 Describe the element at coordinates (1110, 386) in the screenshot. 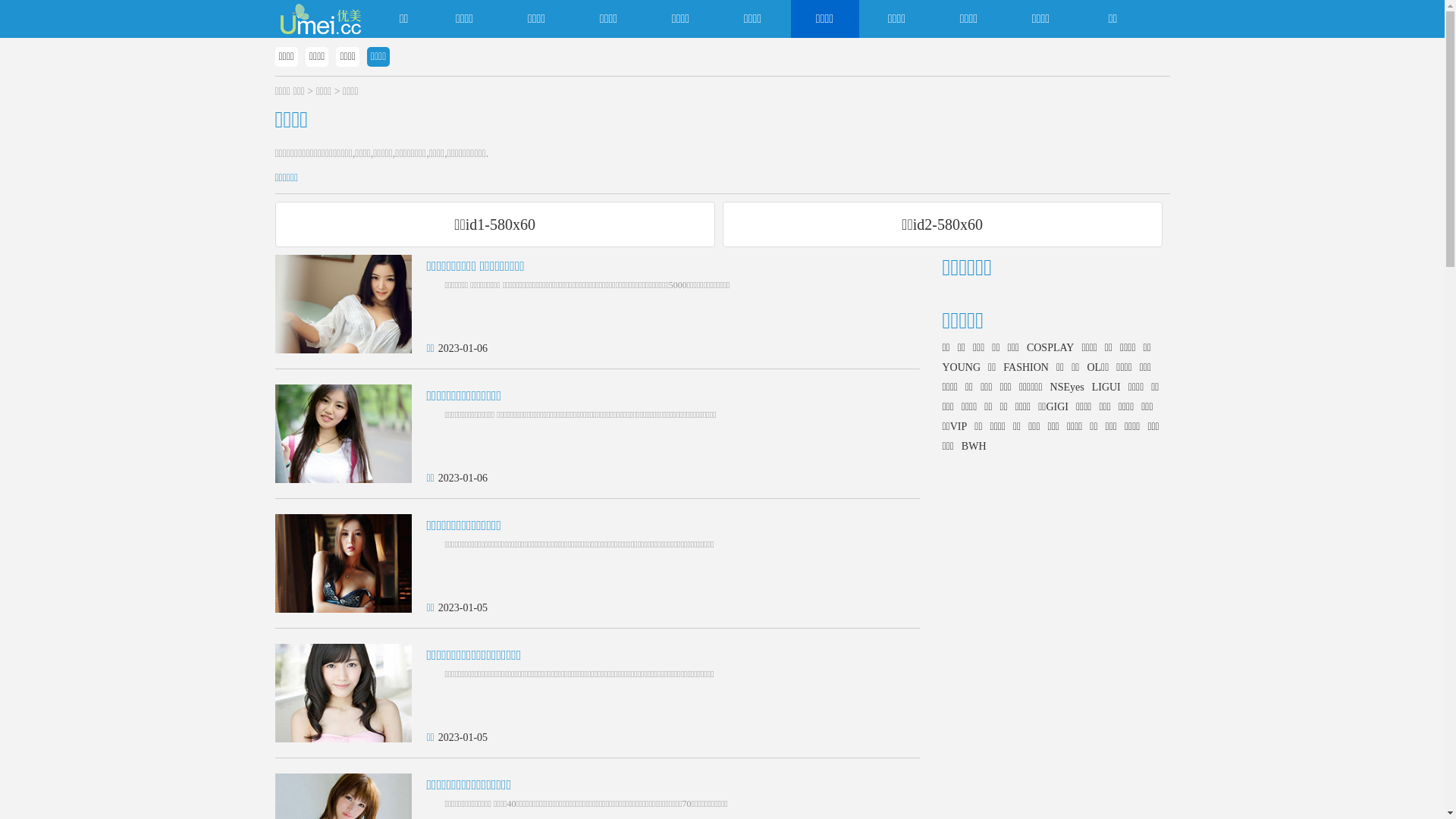

I see `'LIGUI'` at that location.